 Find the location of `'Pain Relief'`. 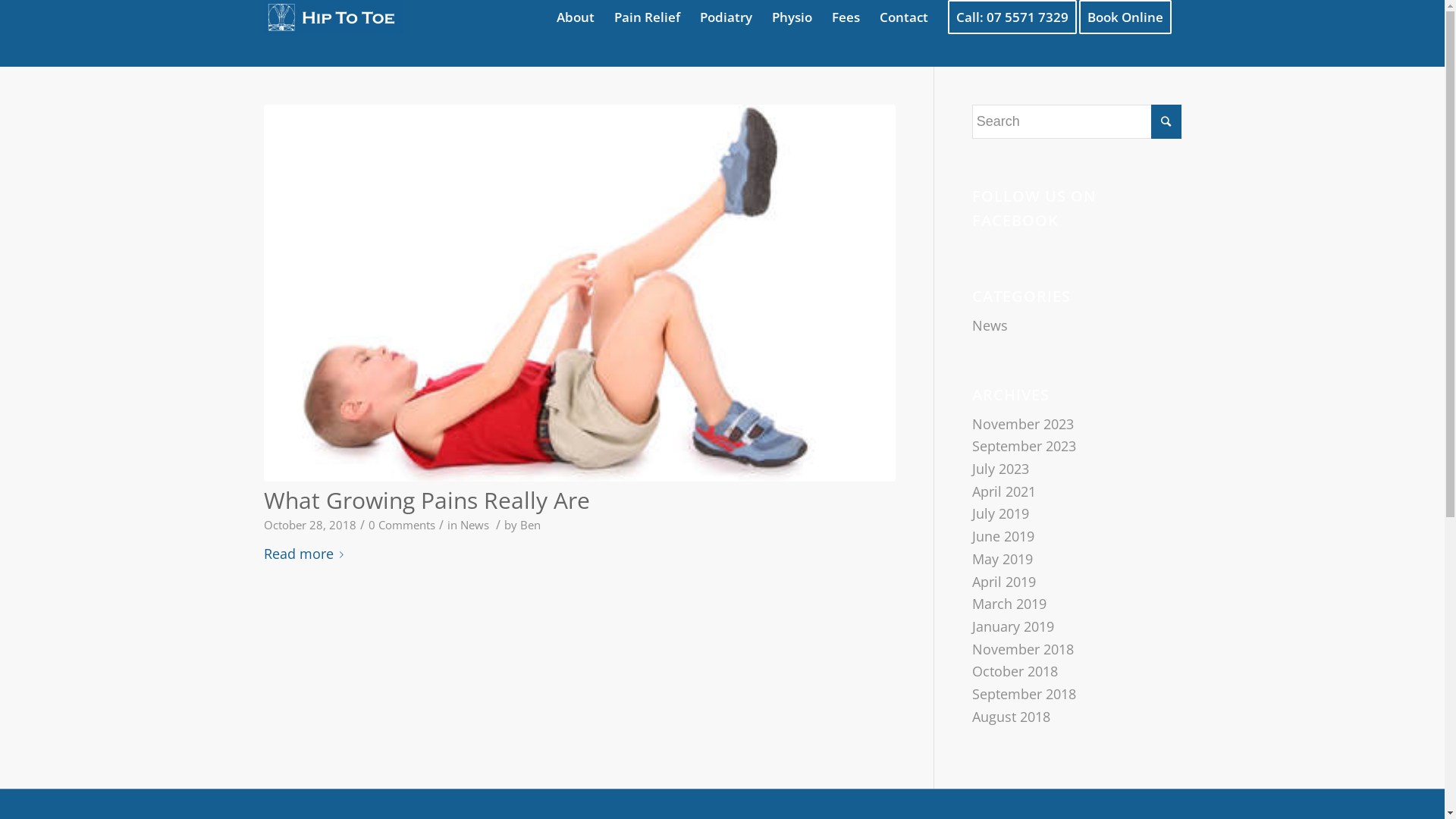

'Pain Relief' is located at coordinates (646, 17).